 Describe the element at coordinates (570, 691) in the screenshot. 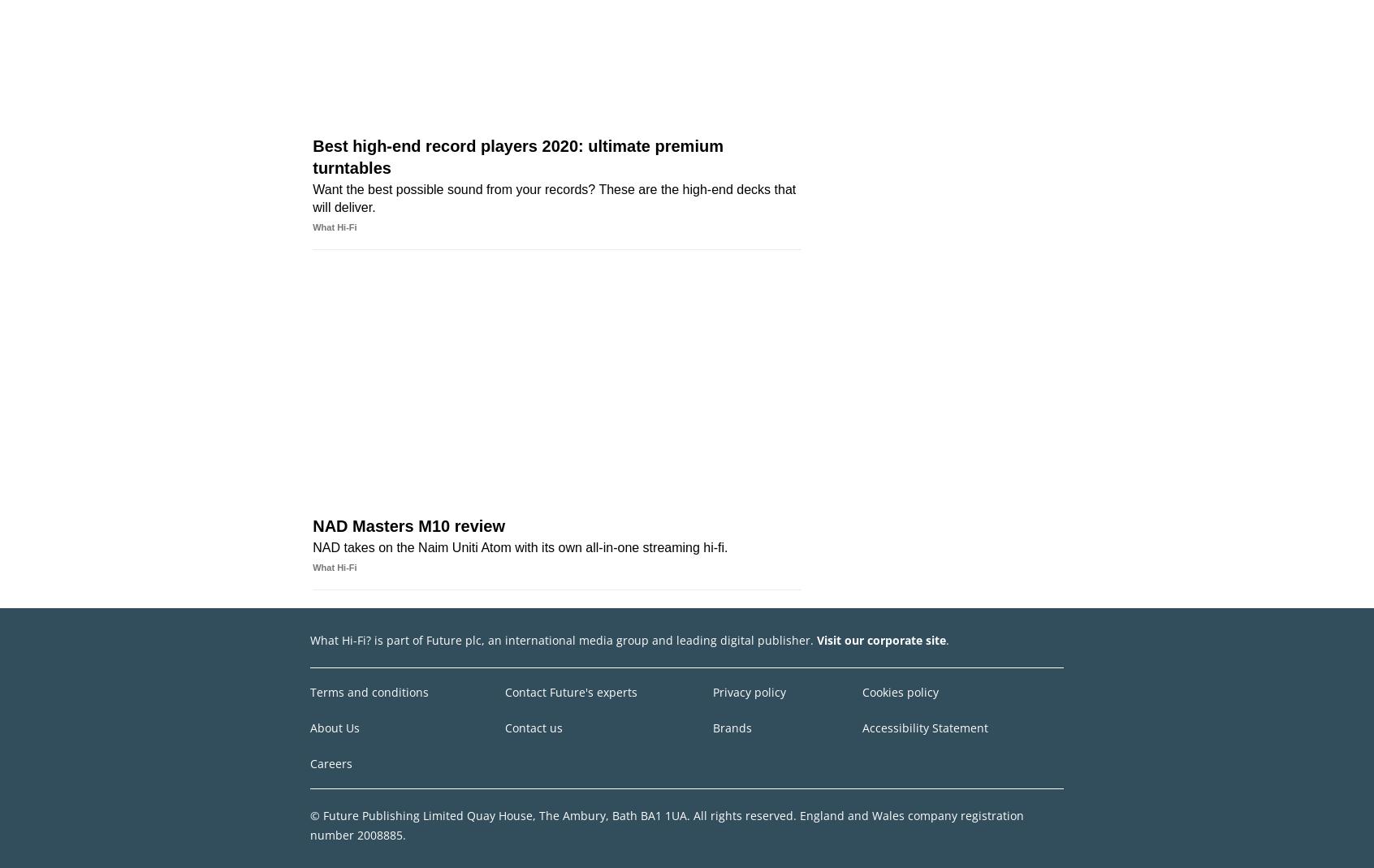

I see `'Contact Future's experts'` at that location.